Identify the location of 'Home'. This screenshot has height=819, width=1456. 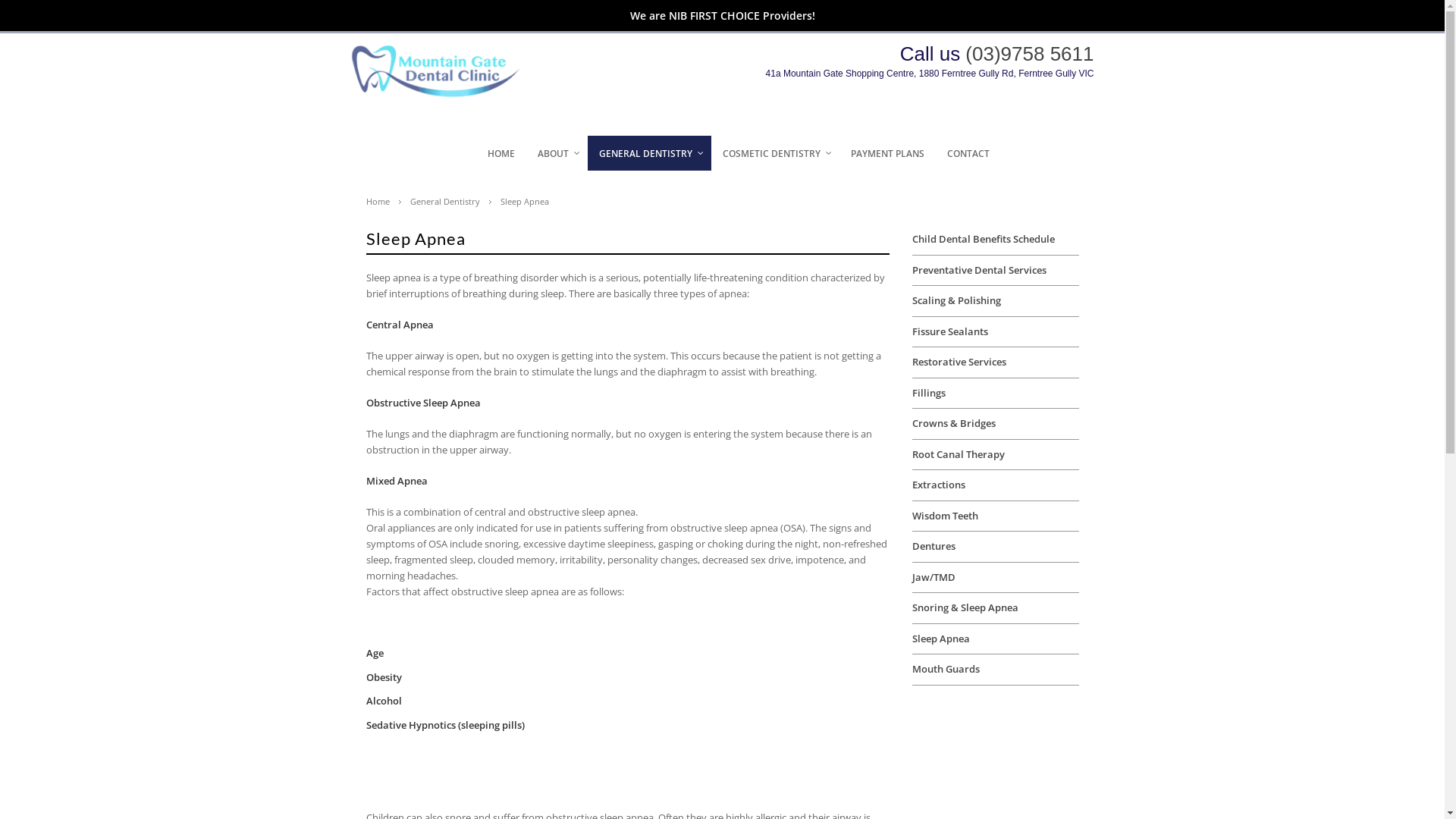
(385, 201).